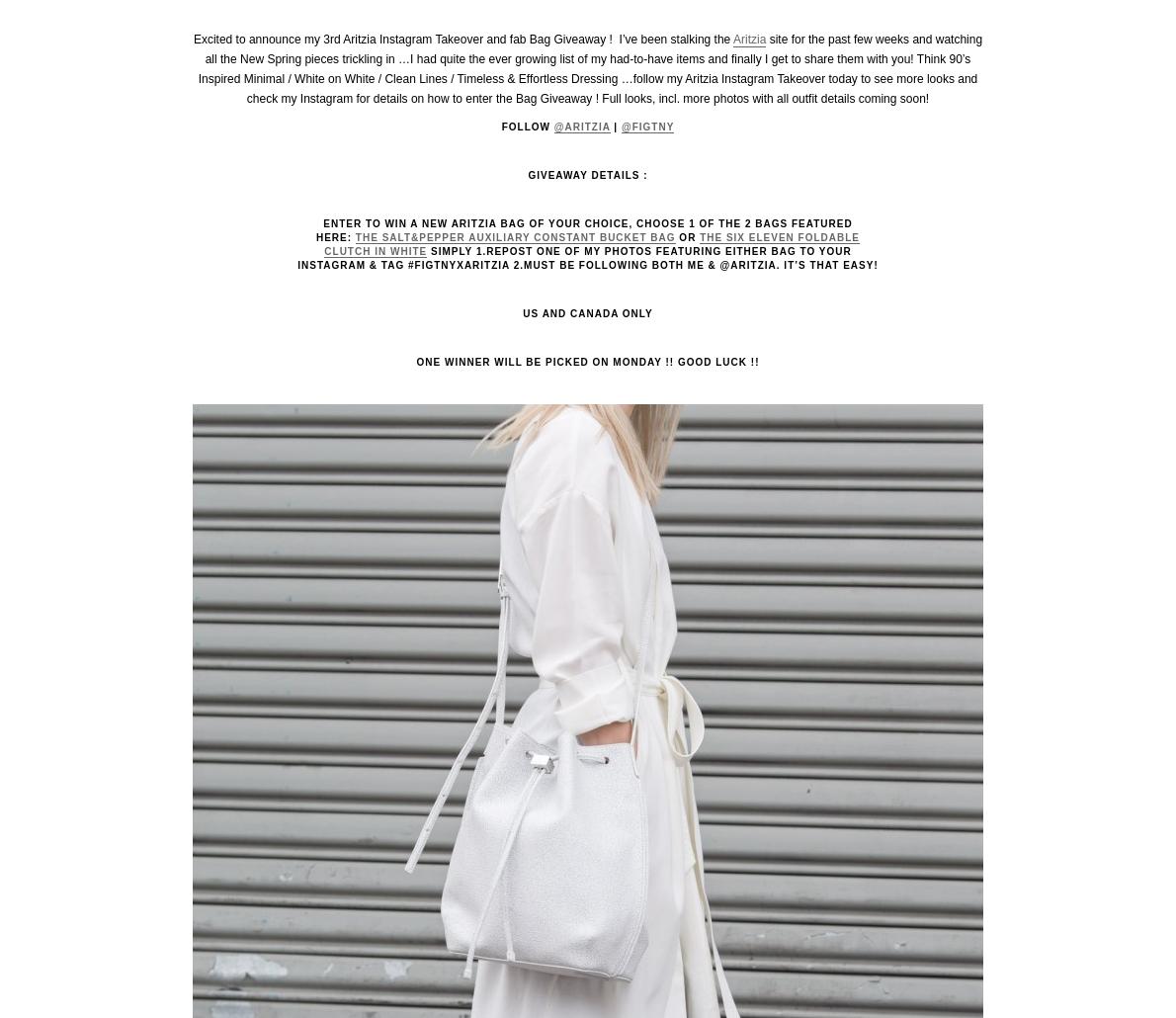 This screenshot has width=1176, height=1018. I want to click on 'Excited to announce my 3rd Aritzia Instagram Takeover and fab Bag Giveaway !  I’ve been stalking the', so click(192, 39).